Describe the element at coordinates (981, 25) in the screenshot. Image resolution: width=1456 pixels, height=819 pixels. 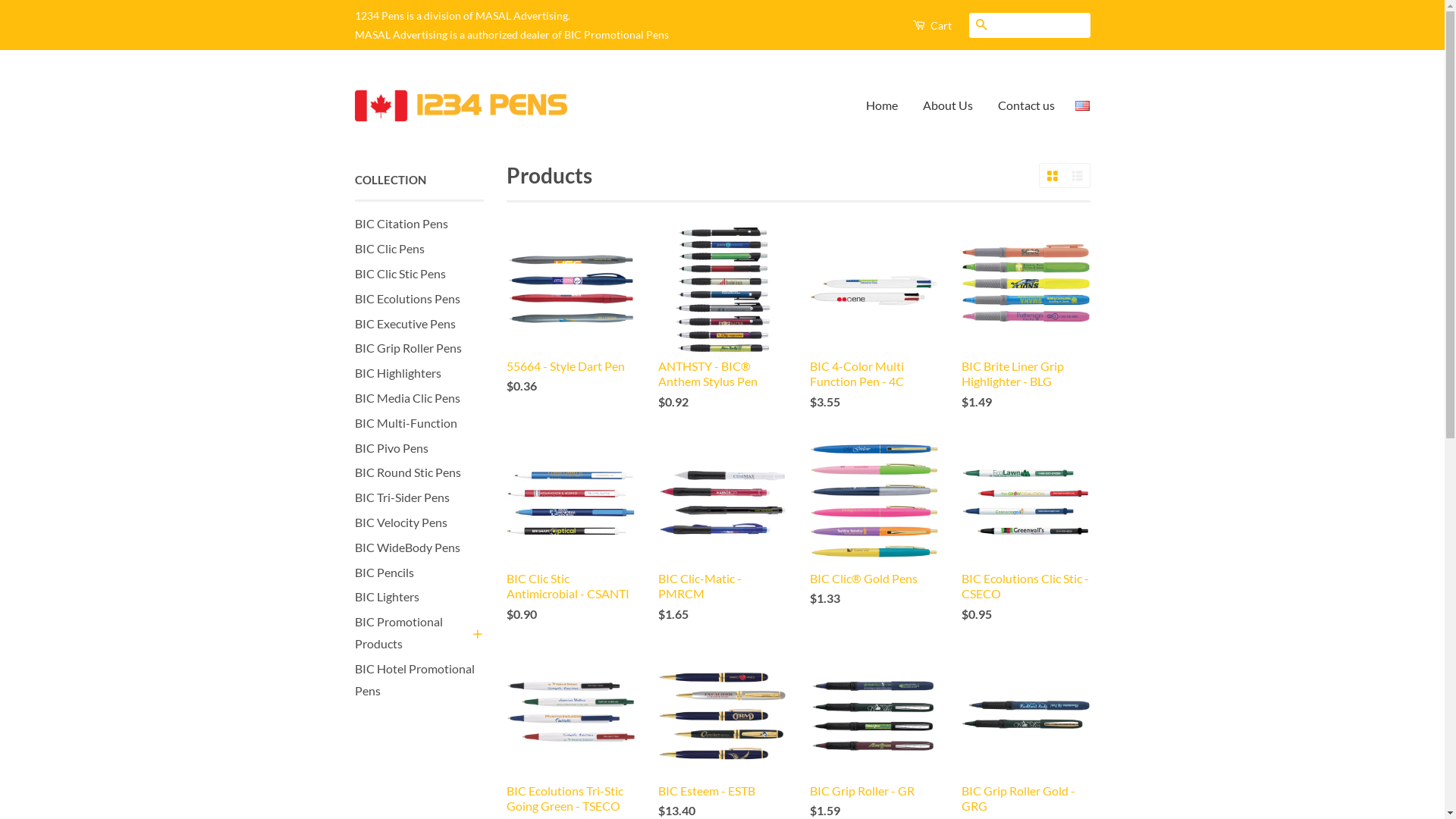
I see `'Search'` at that location.